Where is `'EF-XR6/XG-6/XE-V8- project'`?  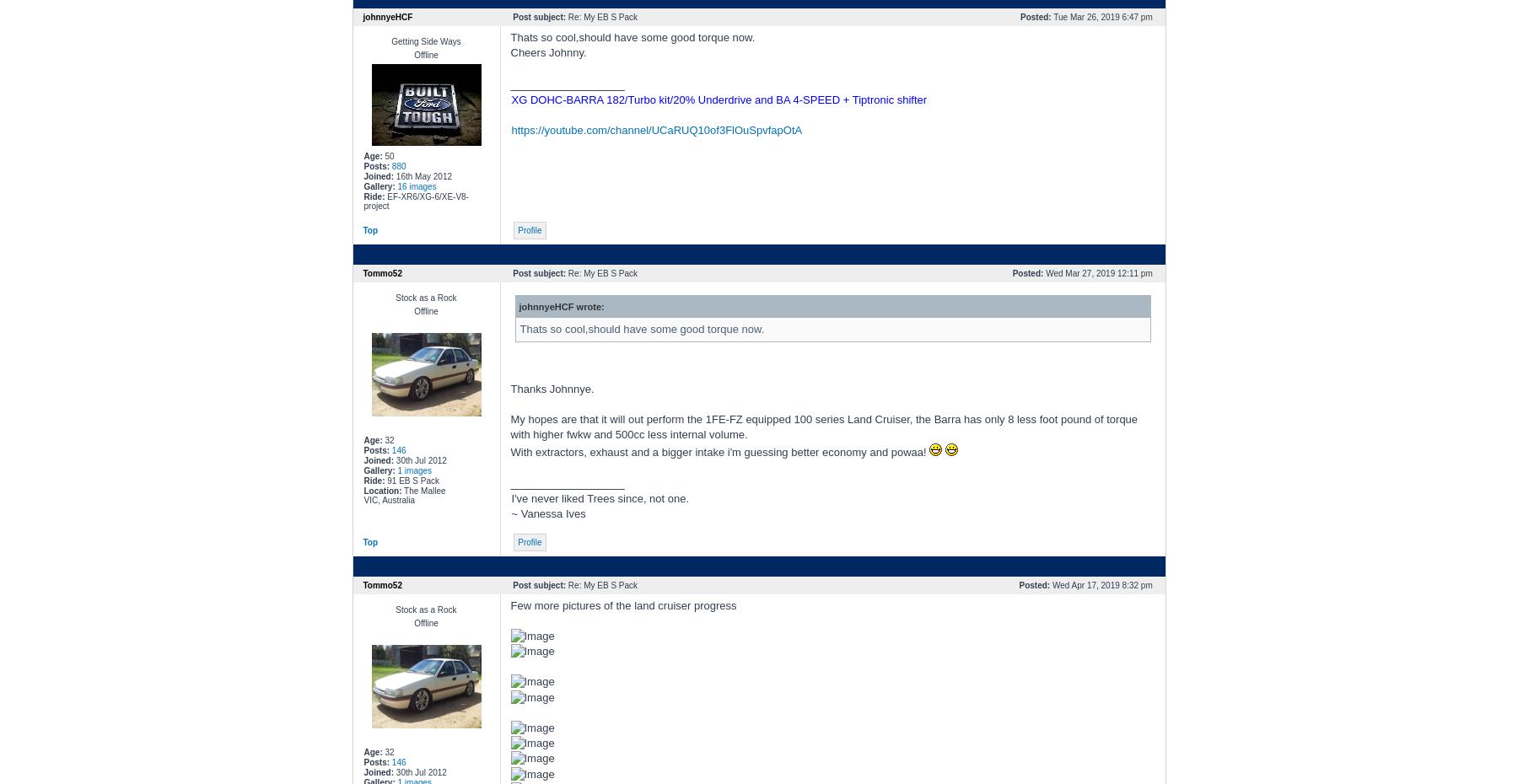
'EF-XR6/XG-6/XE-V8- project' is located at coordinates (415, 201).